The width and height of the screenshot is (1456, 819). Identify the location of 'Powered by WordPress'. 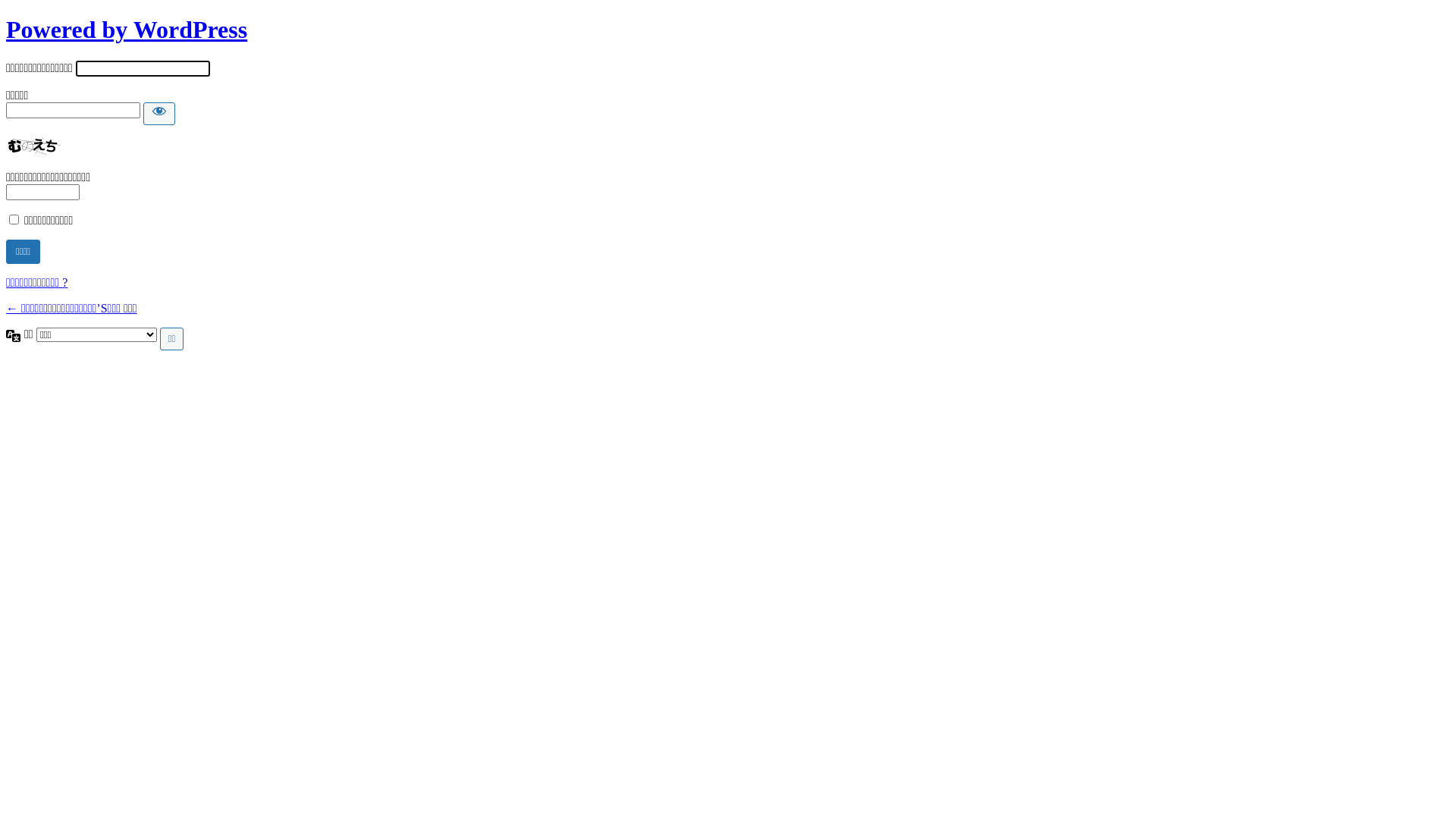
(127, 29).